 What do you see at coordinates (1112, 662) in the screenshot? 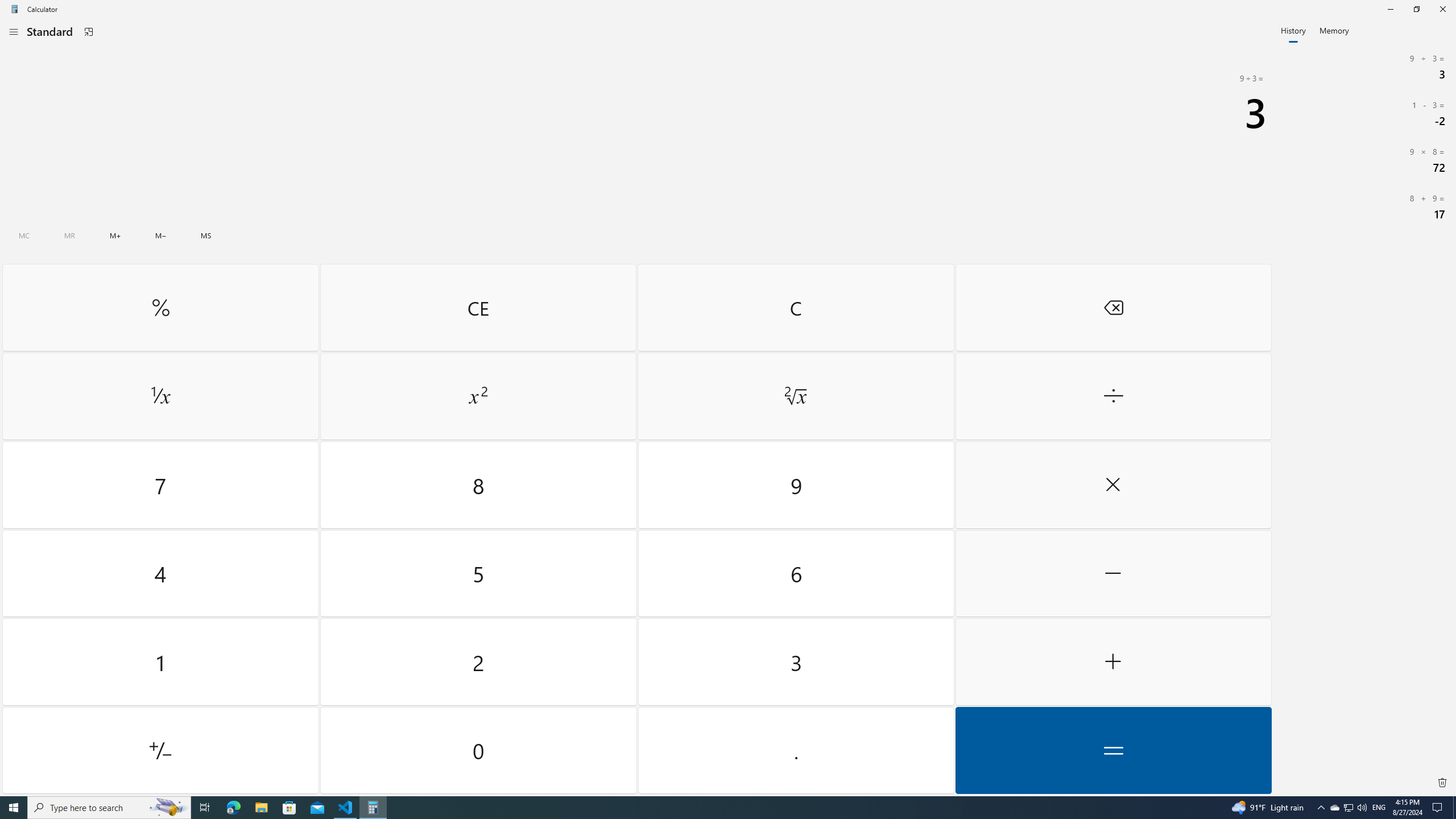
I see `'Plus'` at bounding box center [1112, 662].